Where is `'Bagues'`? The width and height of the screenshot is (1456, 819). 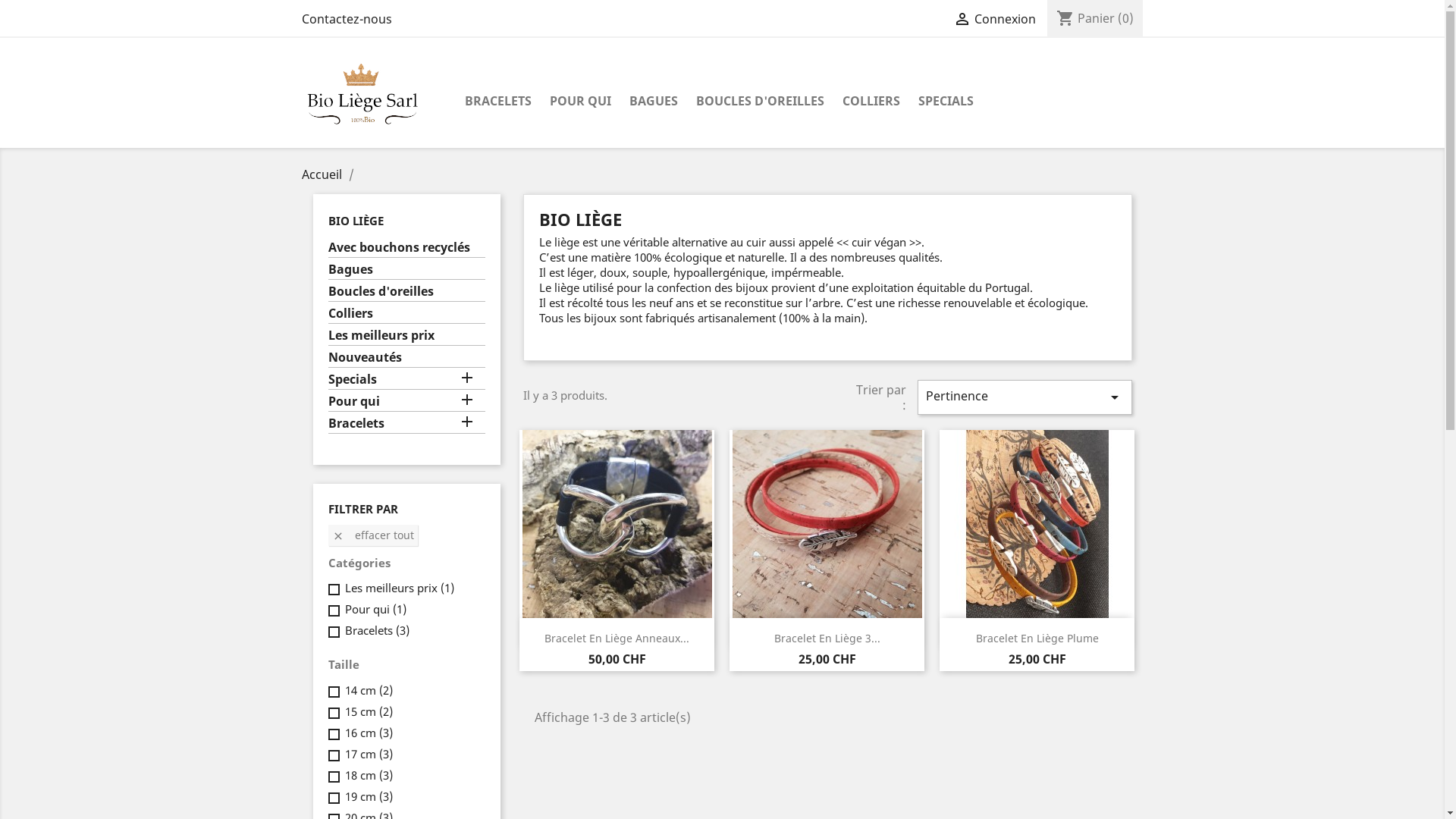
'Bagues' is located at coordinates (406, 270).